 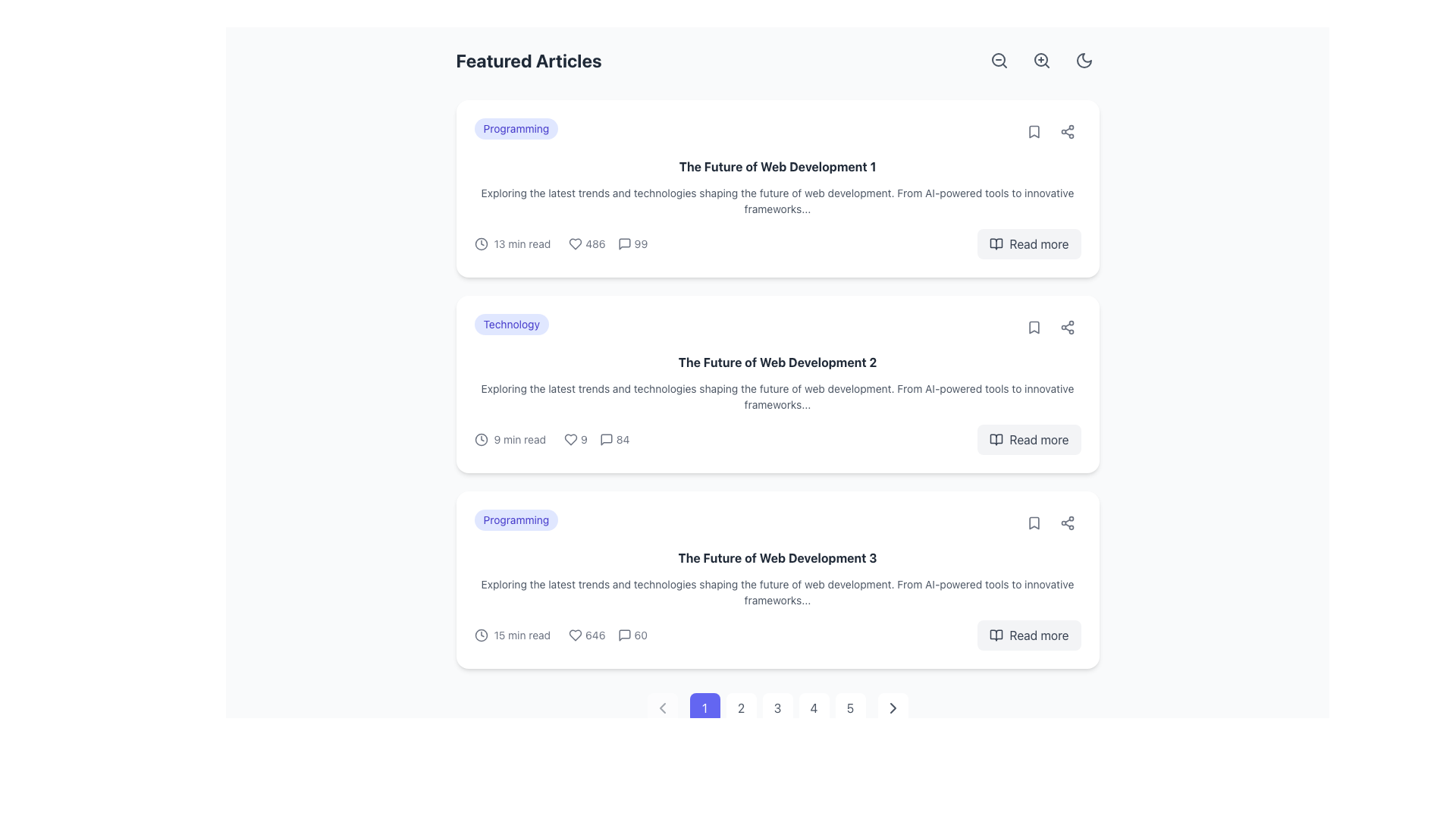 I want to click on the bookmark button icon located in the top-right corner of the second card labeled 'The Future of Web Development 2', so click(x=1033, y=327).